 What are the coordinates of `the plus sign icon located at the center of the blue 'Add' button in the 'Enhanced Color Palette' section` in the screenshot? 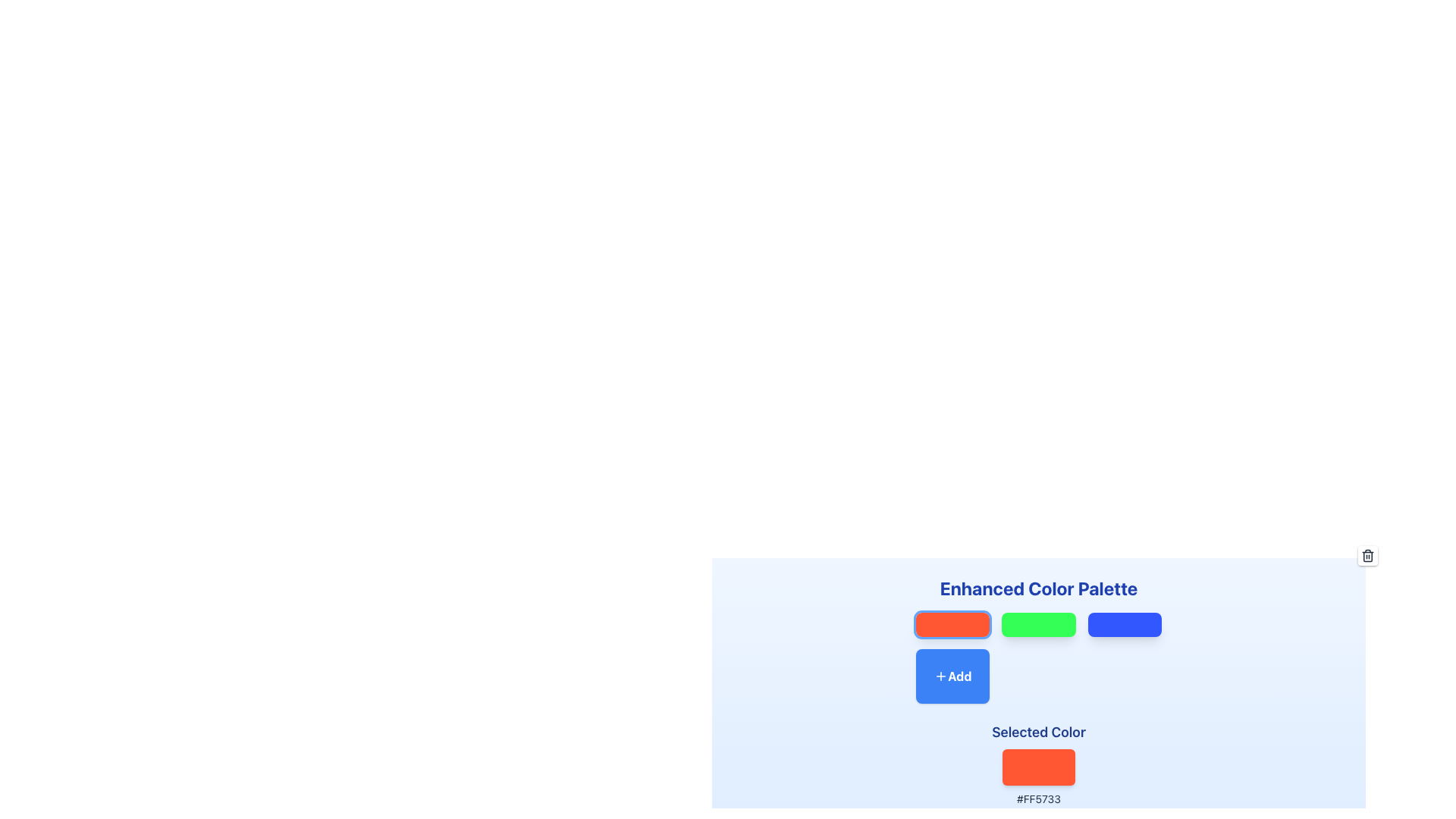 It's located at (940, 675).